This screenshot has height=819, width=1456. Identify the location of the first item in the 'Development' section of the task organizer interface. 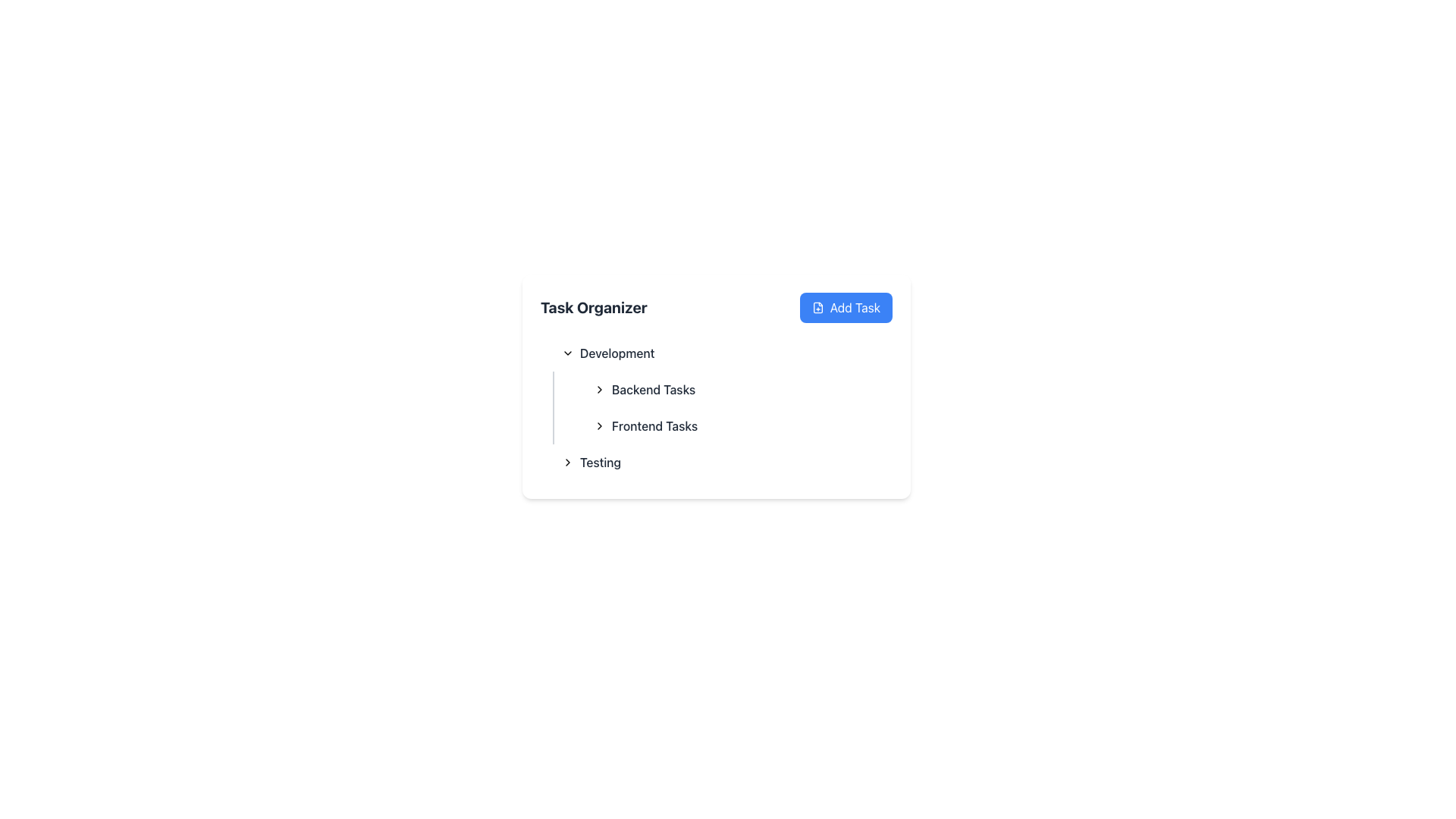
(739, 388).